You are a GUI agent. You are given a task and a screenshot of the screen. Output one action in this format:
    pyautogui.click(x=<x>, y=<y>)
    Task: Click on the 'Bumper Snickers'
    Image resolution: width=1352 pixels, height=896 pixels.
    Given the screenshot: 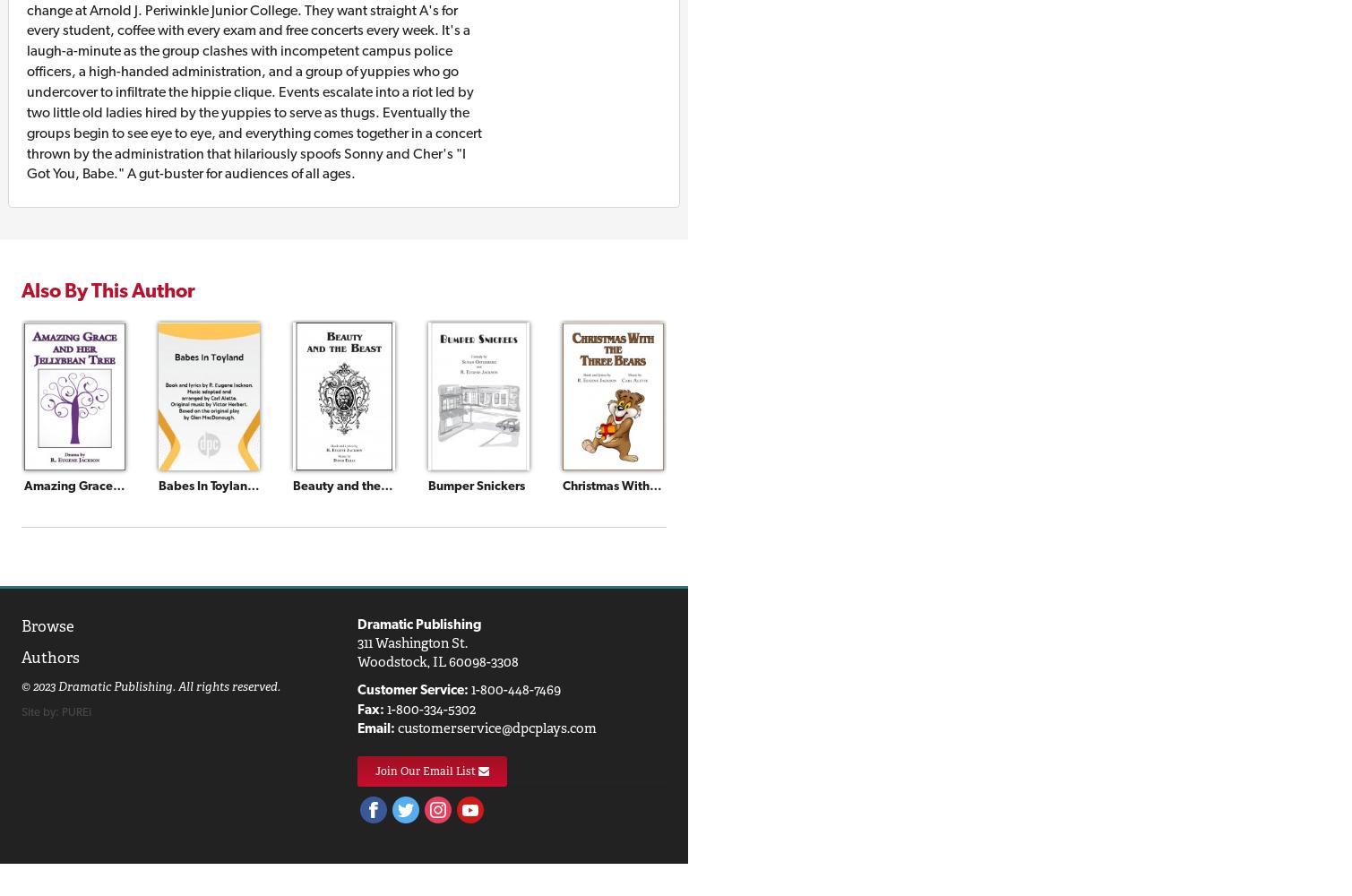 What is the action you would take?
    pyautogui.click(x=476, y=485)
    